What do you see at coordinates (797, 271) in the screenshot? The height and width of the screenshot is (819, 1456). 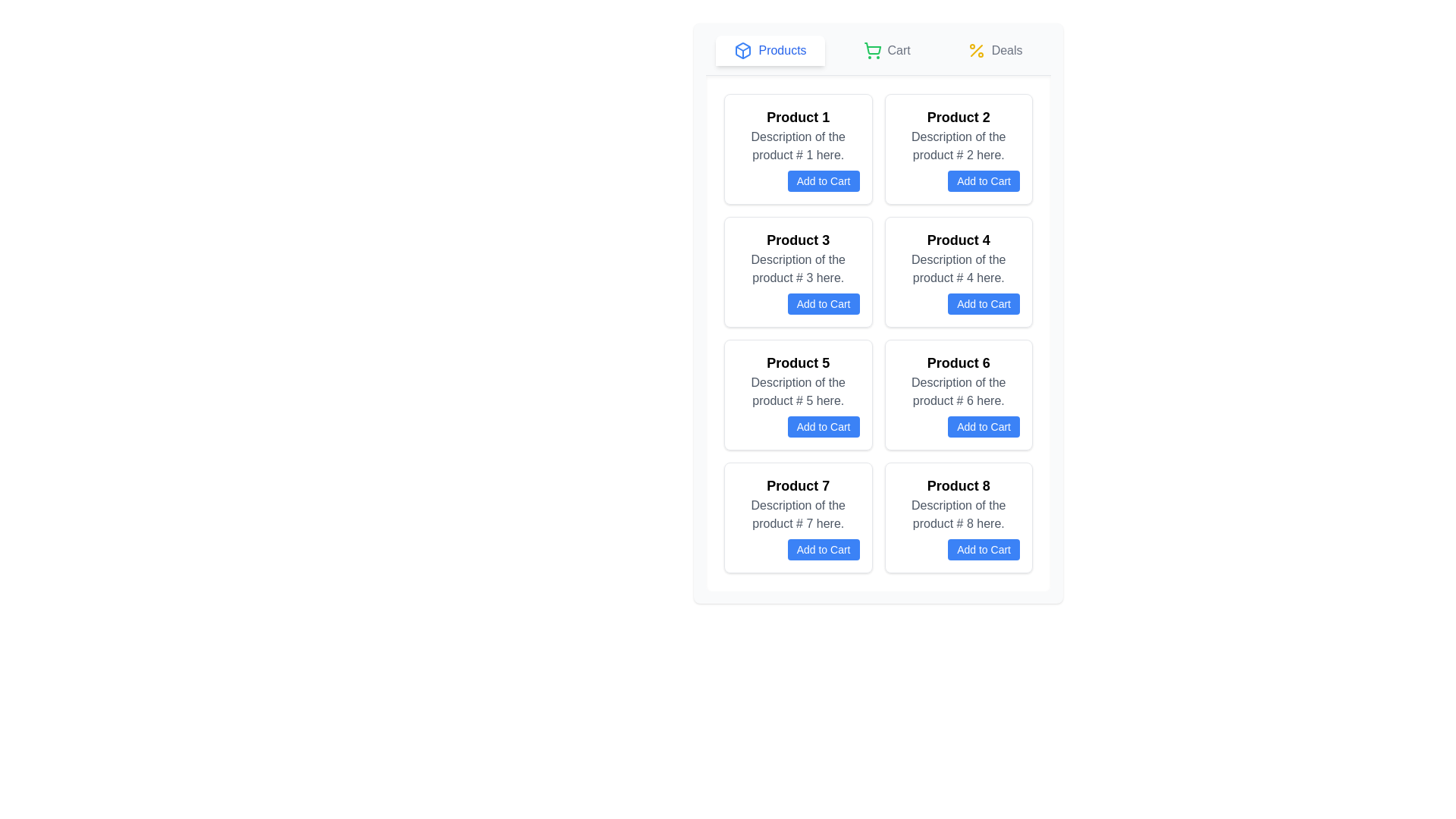 I see `the 'Add to Cart' button located at the bottom of the Product 3 card, which is the third card in an 8-card grid layout` at bounding box center [797, 271].